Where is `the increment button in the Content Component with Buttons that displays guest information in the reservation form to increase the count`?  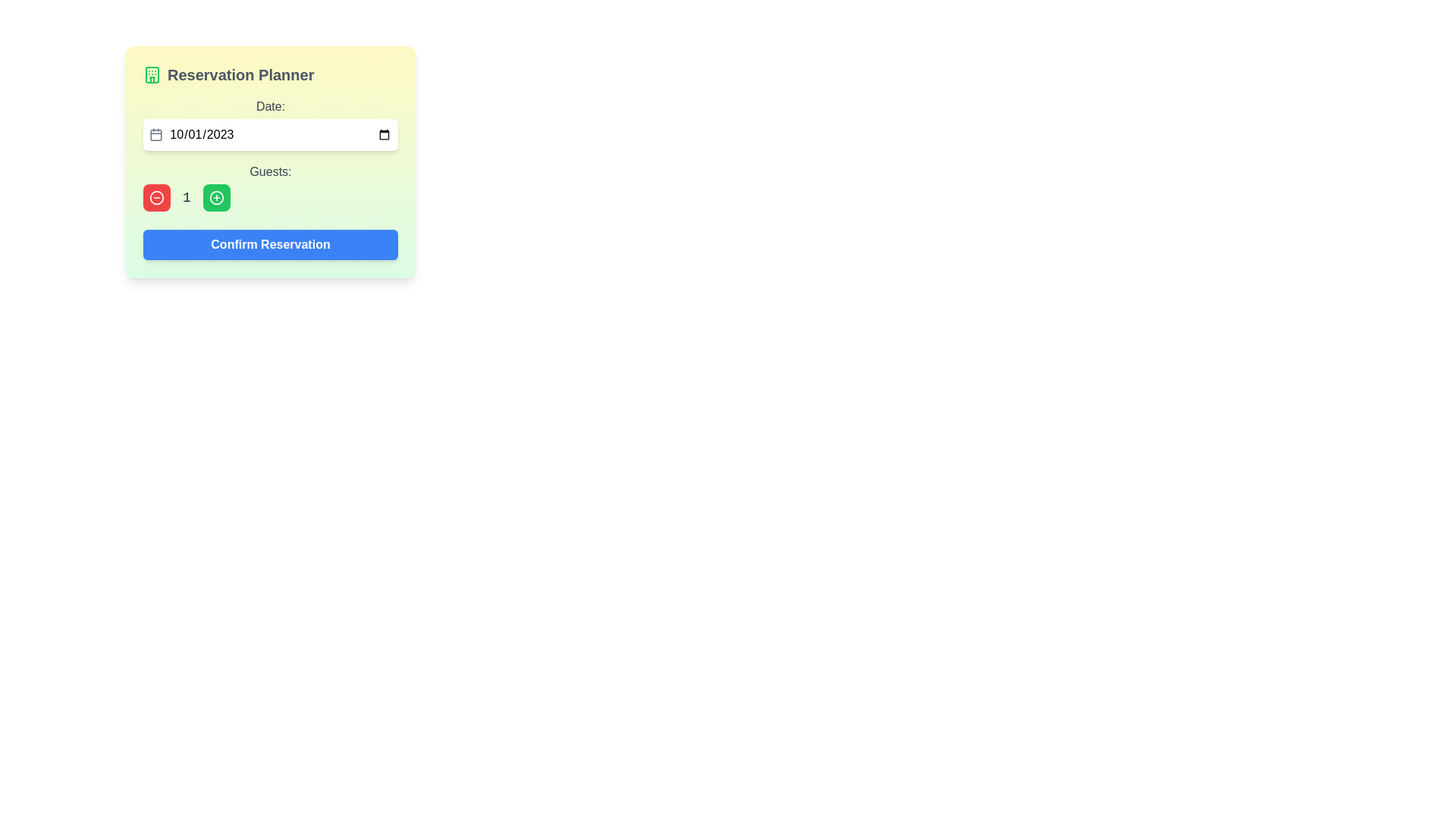 the increment button in the Content Component with Buttons that displays guest information in the reservation form to increase the count is located at coordinates (270, 186).